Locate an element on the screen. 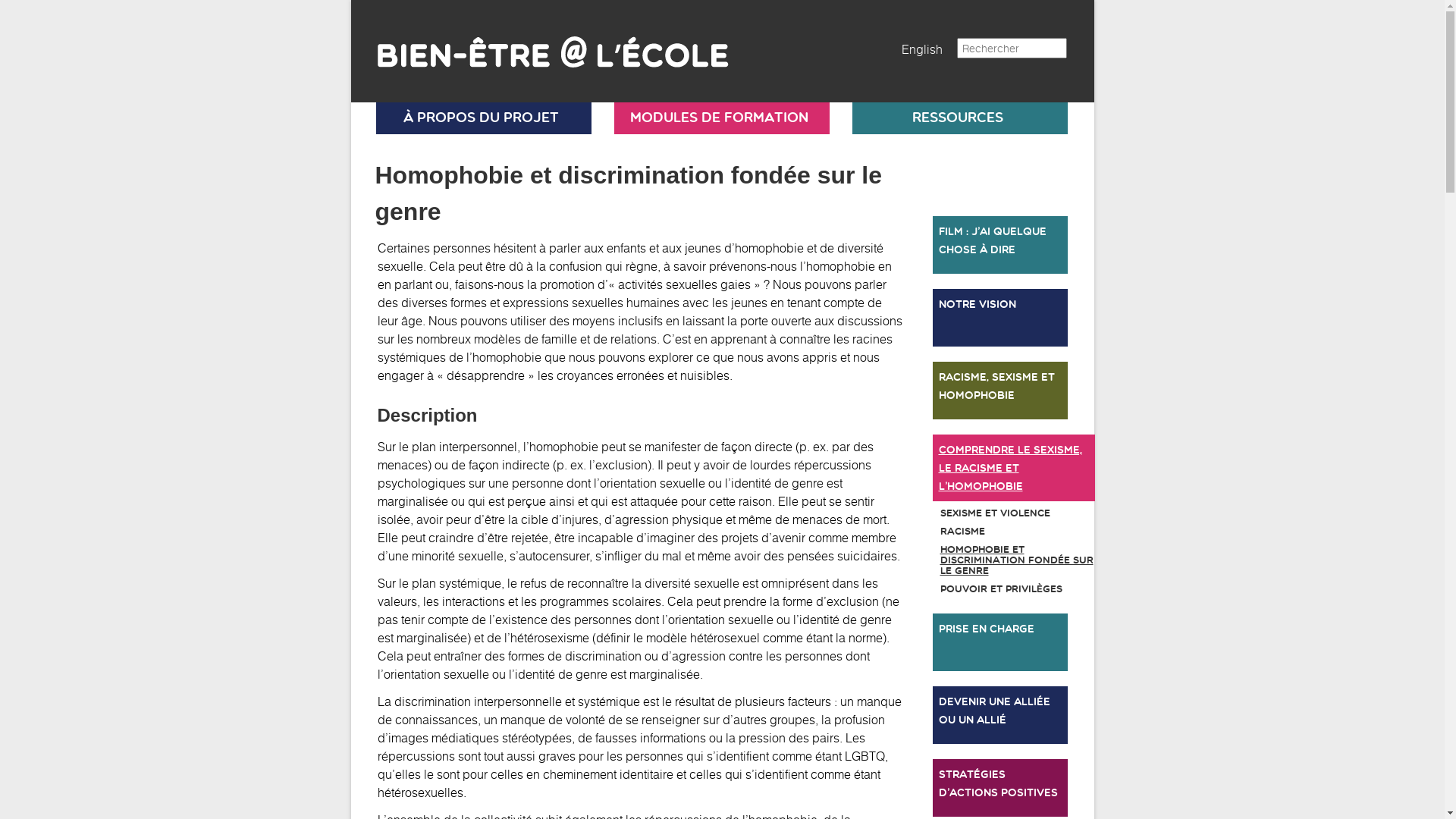 The width and height of the screenshot is (1456, 819). 'Ressources' is located at coordinates (956, 117).